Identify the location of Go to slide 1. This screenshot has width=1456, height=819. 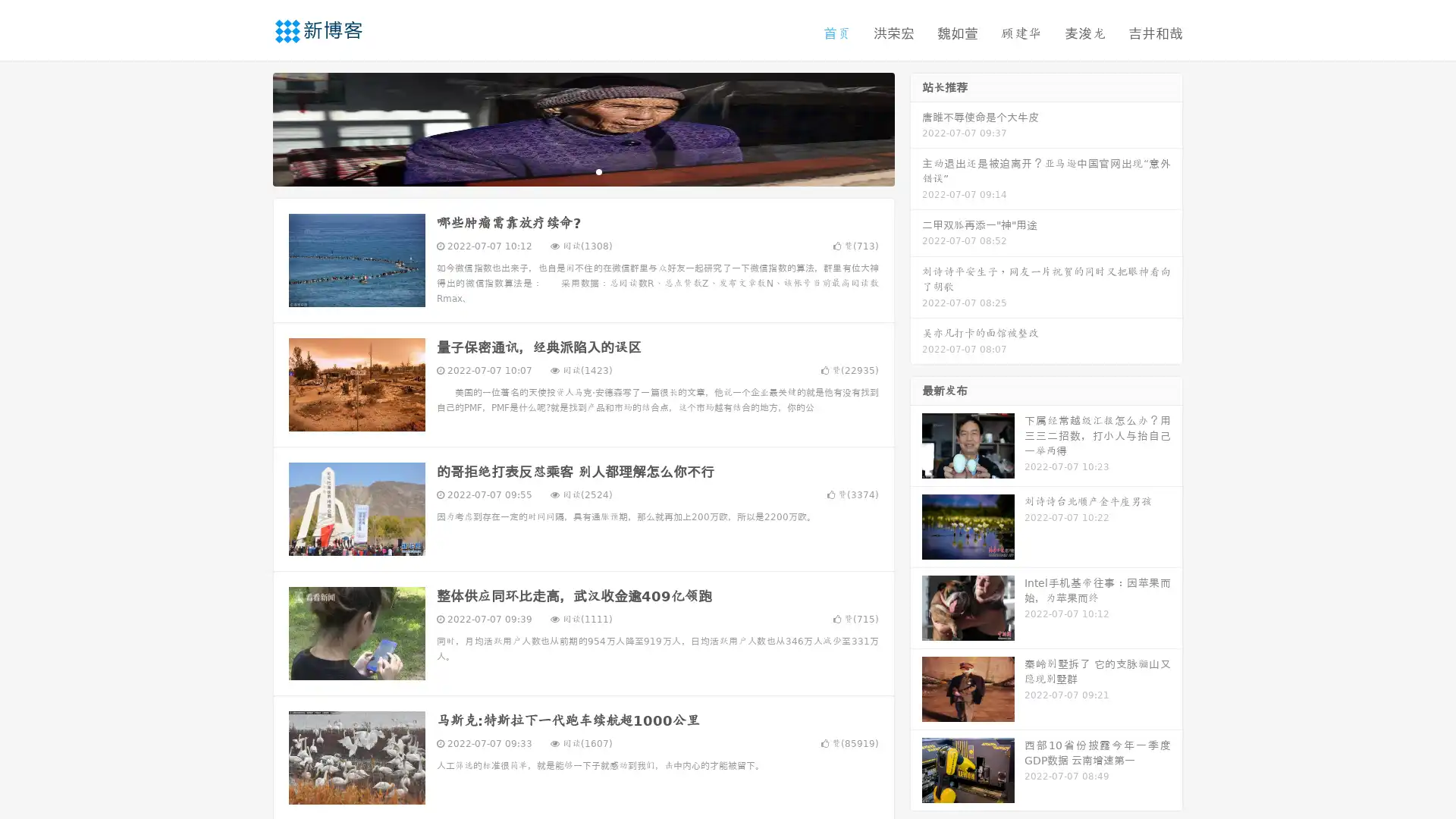
(567, 171).